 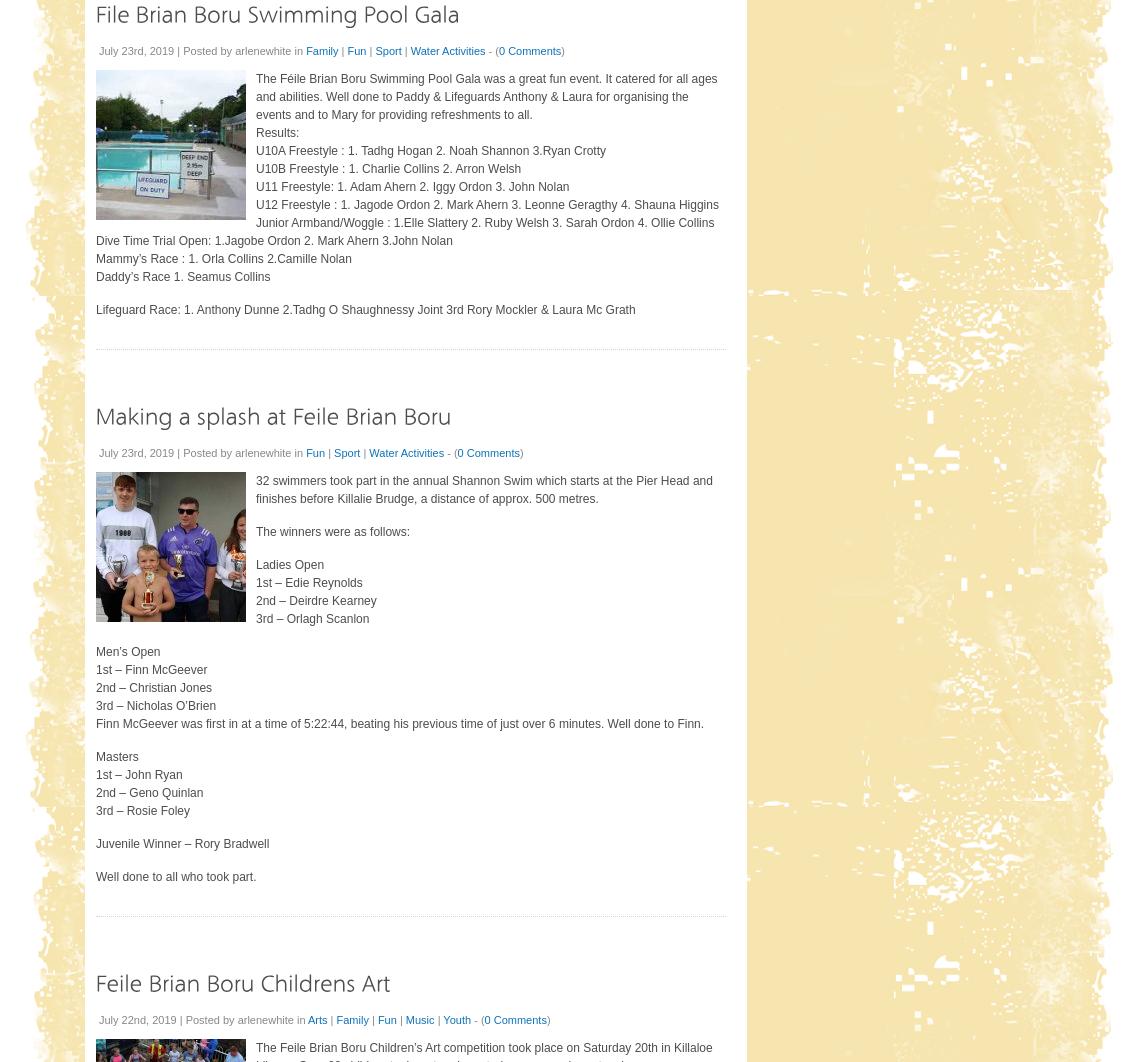 I want to click on '32 swimmers took part in the annual Shannon Swim which starts at the Pier Head and finishes before Killalie Brudge, a distance of approx. 500 metres.', so click(x=255, y=488).